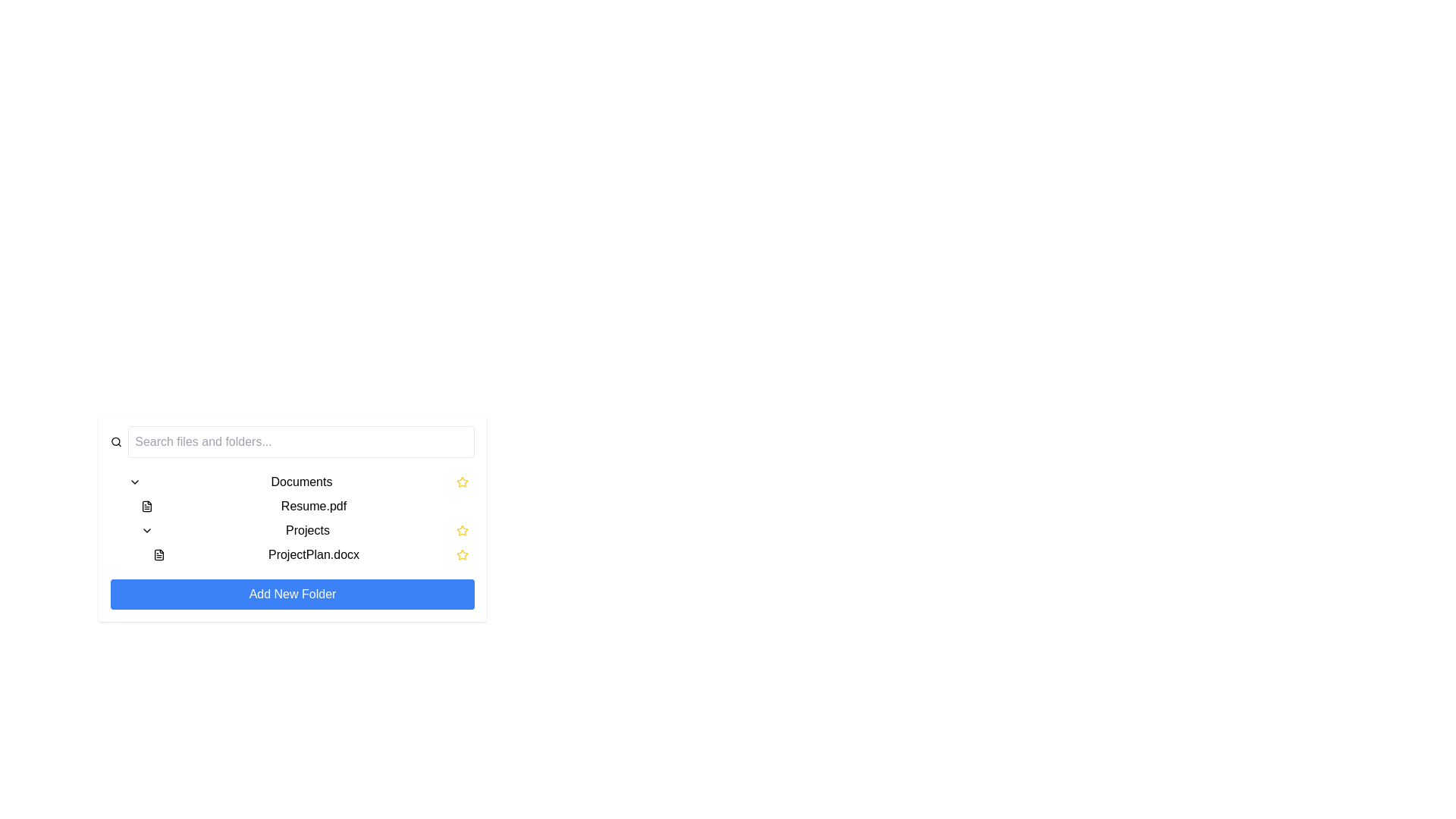 This screenshot has height=819, width=1456. I want to click on the 'Add New Folder' button located at the bottom of the panel that contains a list of documents and folders, which is centrally aligned within the panel, so click(292, 593).